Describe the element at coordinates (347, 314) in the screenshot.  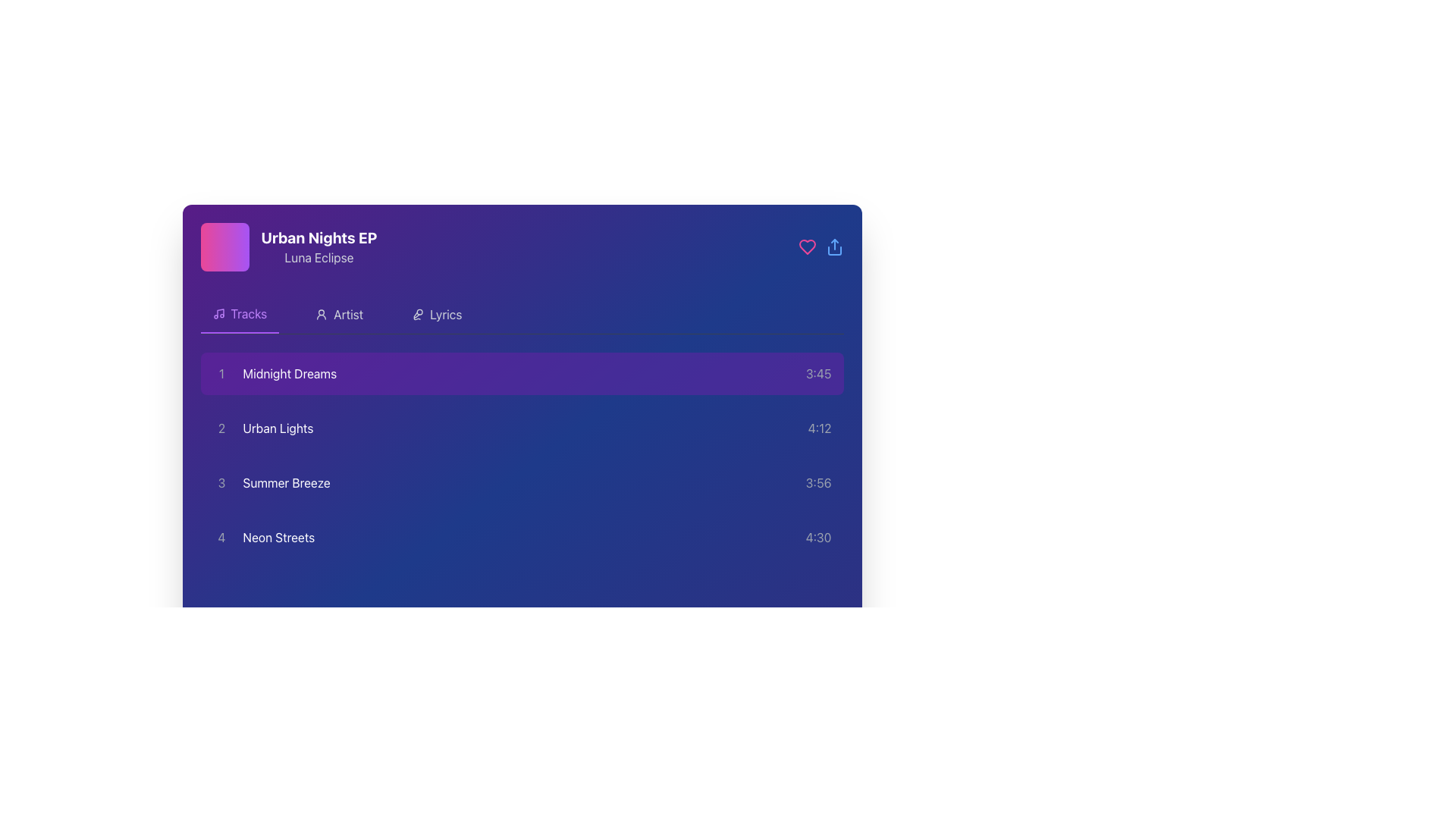
I see `the 'Artist' text label, which is the second item` at that location.